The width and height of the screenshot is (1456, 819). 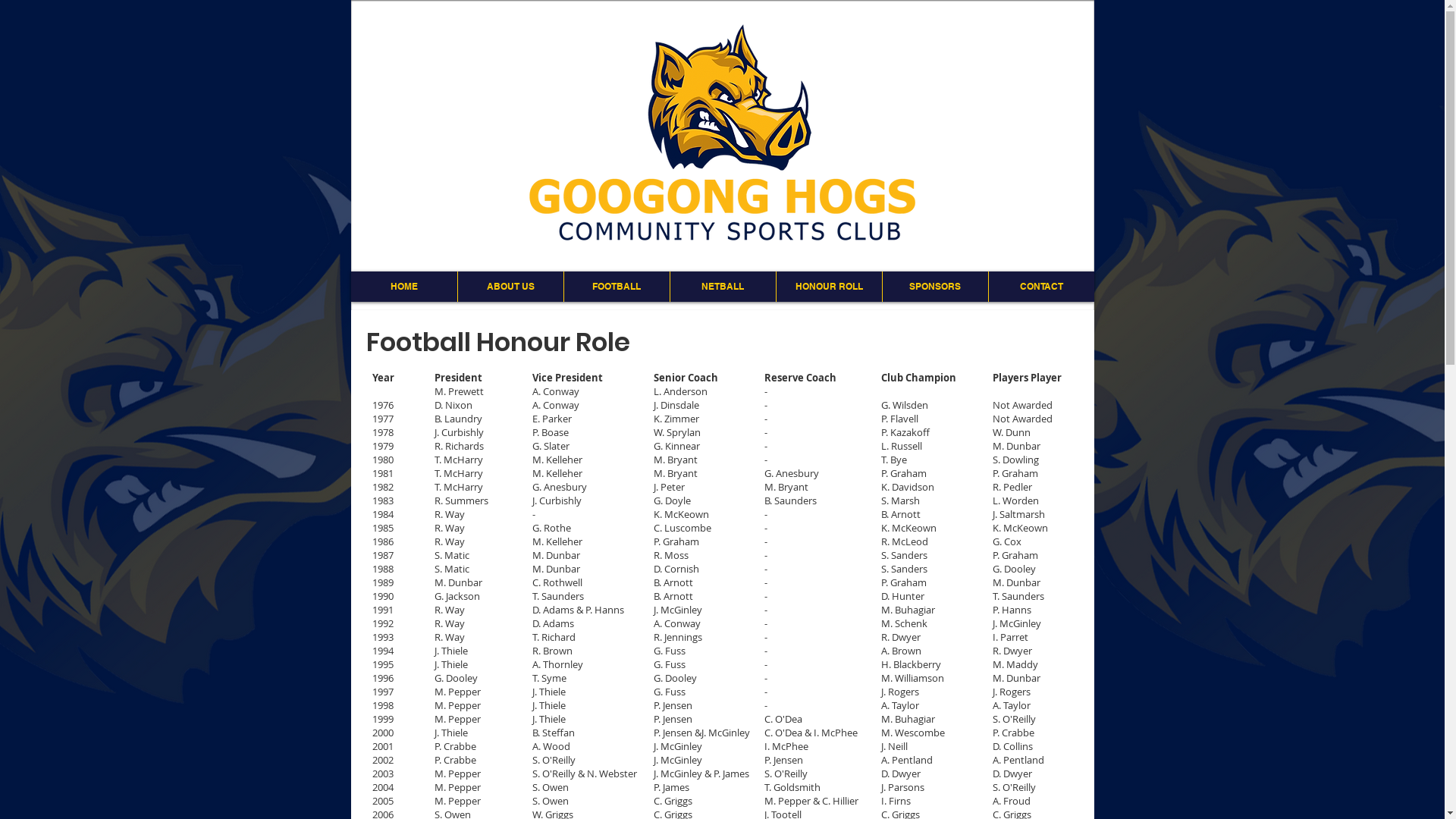 What do you see at coordinates (403, 287) in the screenshot?
I see `'HOME'` at bounding box center [403, 287].